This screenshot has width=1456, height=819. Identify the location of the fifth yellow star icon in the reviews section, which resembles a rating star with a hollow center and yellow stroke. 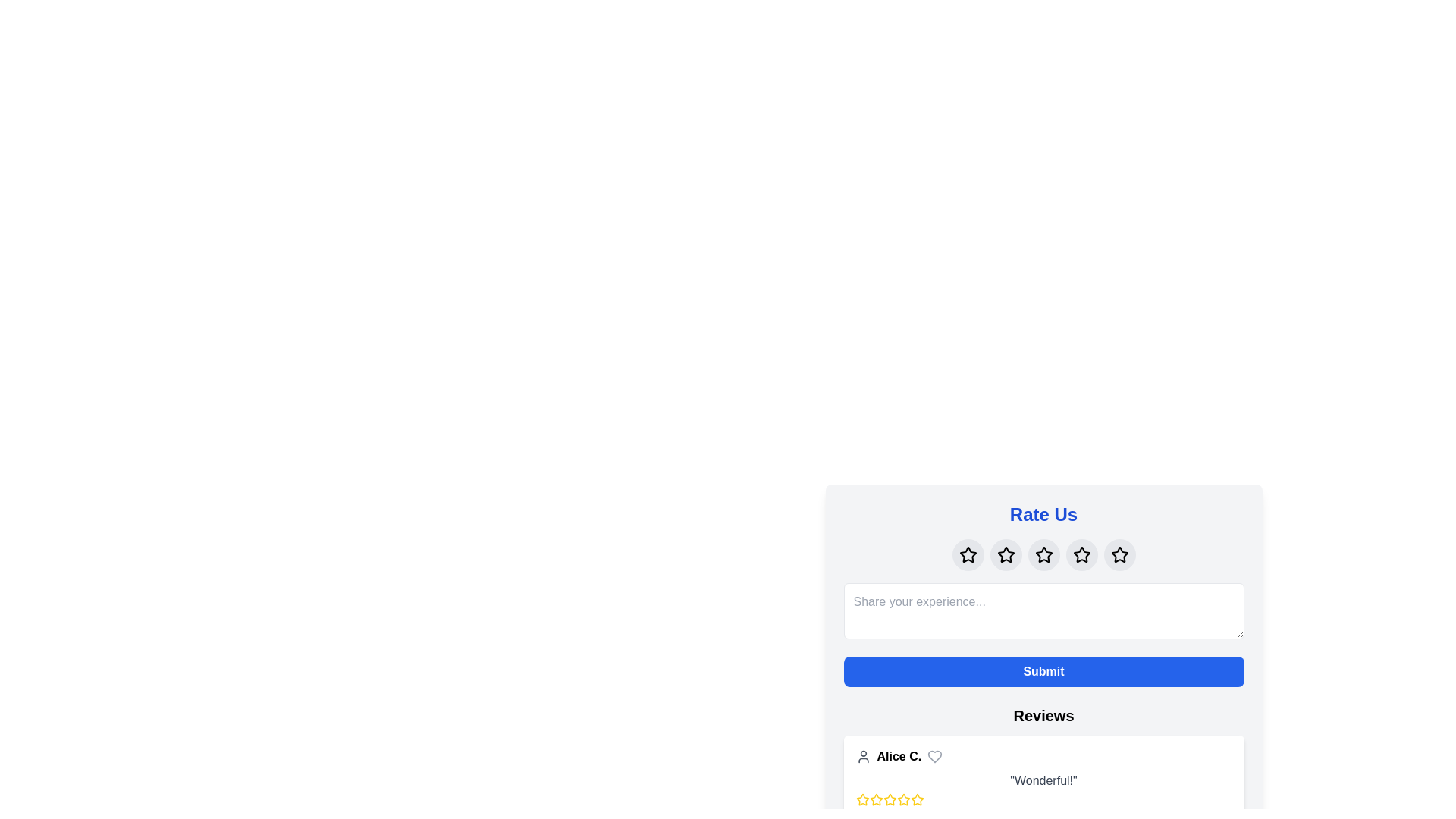
(903, 799).